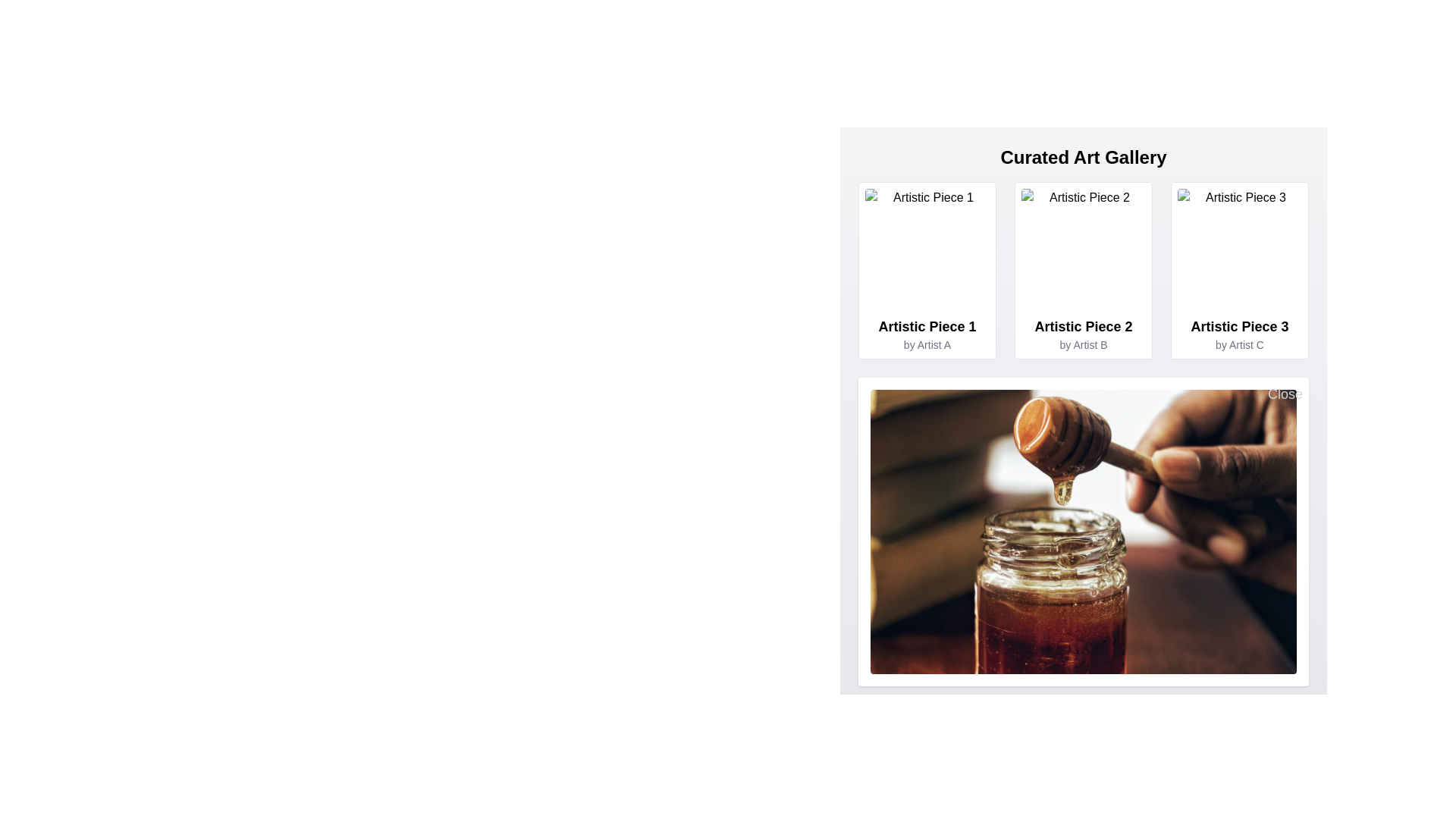 Image resolution: width=1456 pixels, height=819 pixels. I want to click on the card element in the grid layout, so click(1083, 270).